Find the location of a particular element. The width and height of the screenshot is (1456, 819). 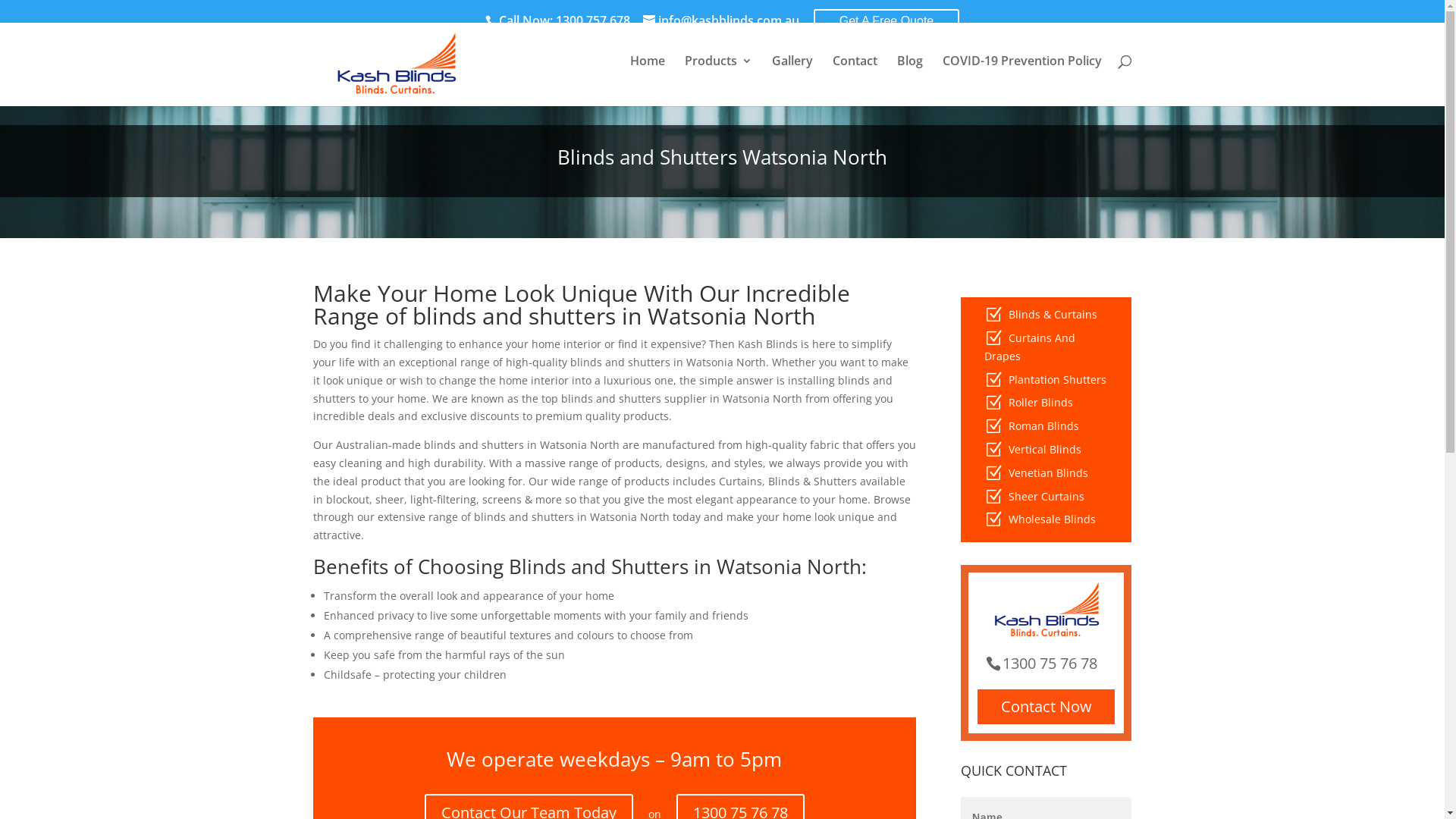

'Roller Blinds' is located at coordinates (1040, 401).